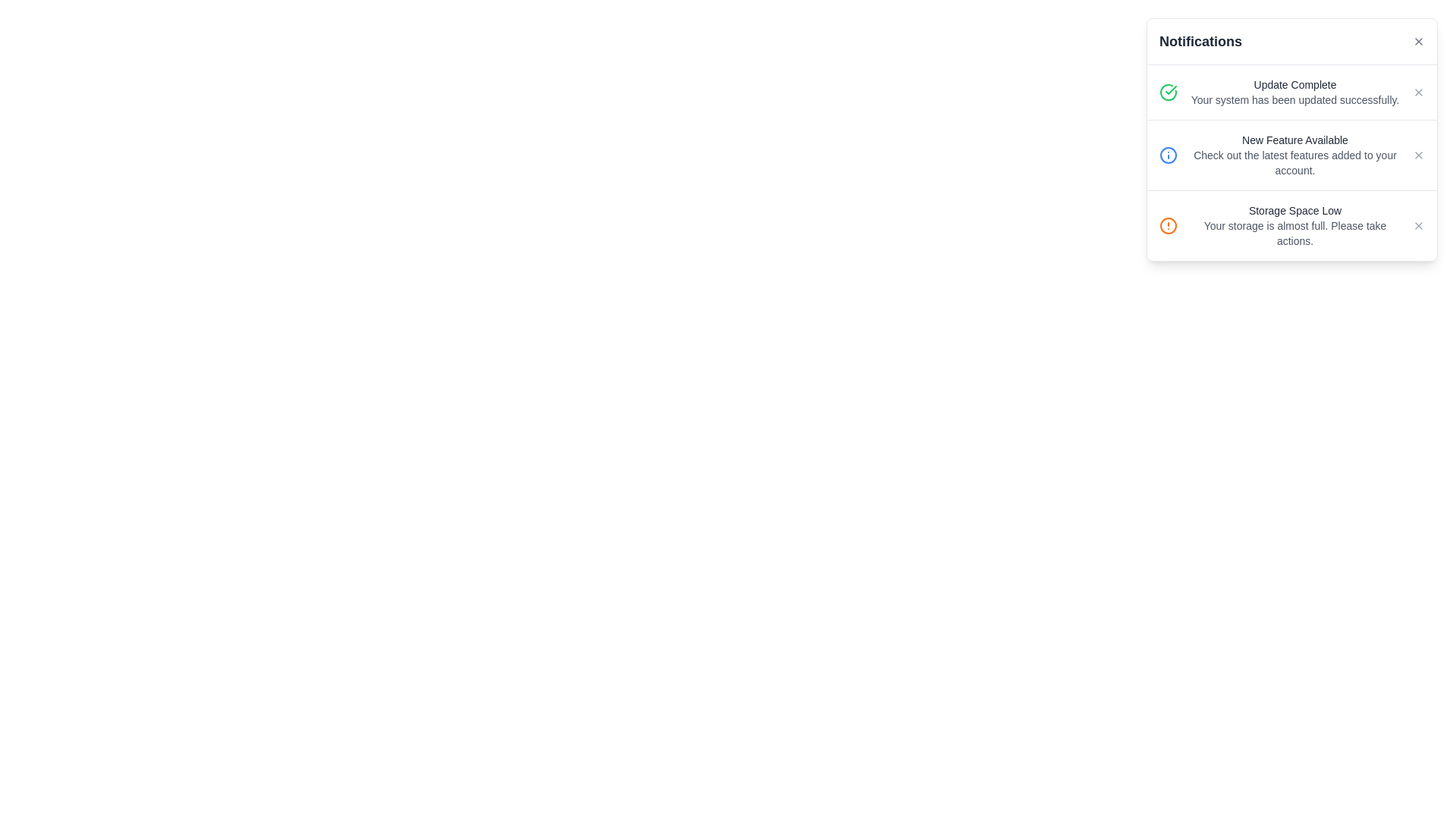 The image size is (1456, 819). What do you see at coordinates (1200, 40) in the screenshot?
I see `the 'Notifications' header text, which is a bold title displayed in dark gray at the top of the notification card` at bounding box center [1200, 40].